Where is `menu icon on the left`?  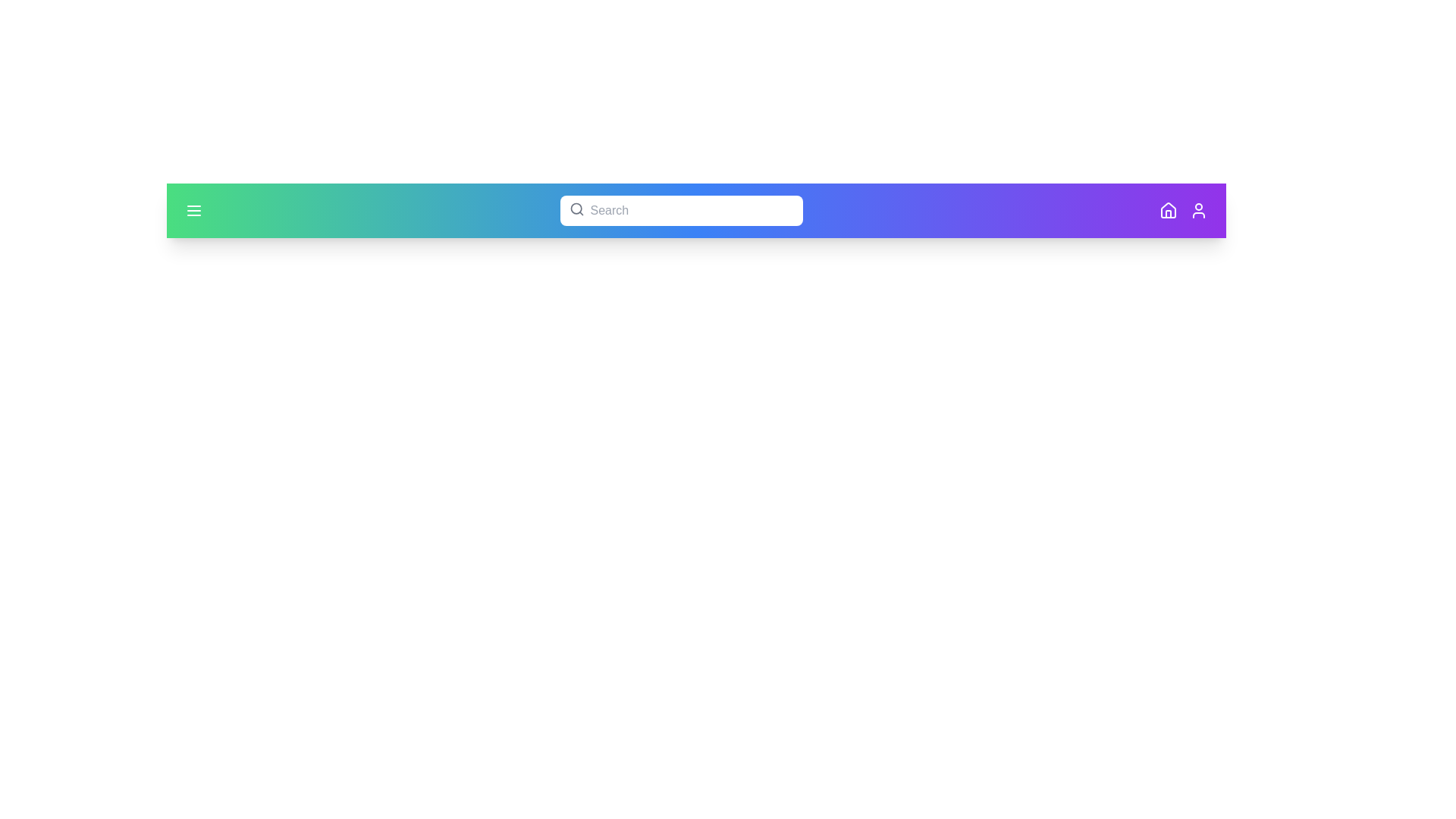 menu icon on the left is located at coordinates (193, 210).